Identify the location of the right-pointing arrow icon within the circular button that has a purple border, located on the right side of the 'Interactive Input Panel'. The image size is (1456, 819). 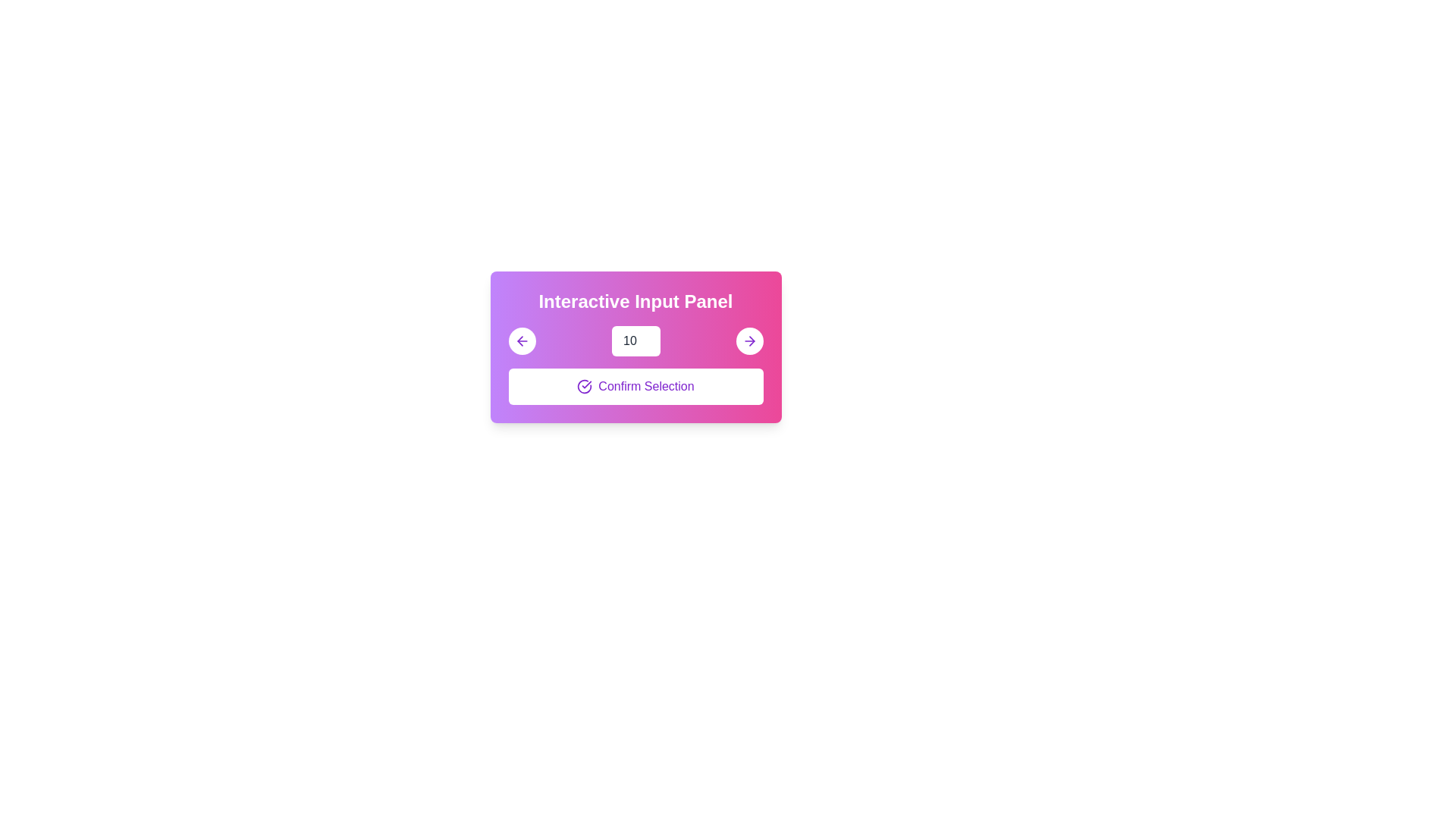
(749, 341).